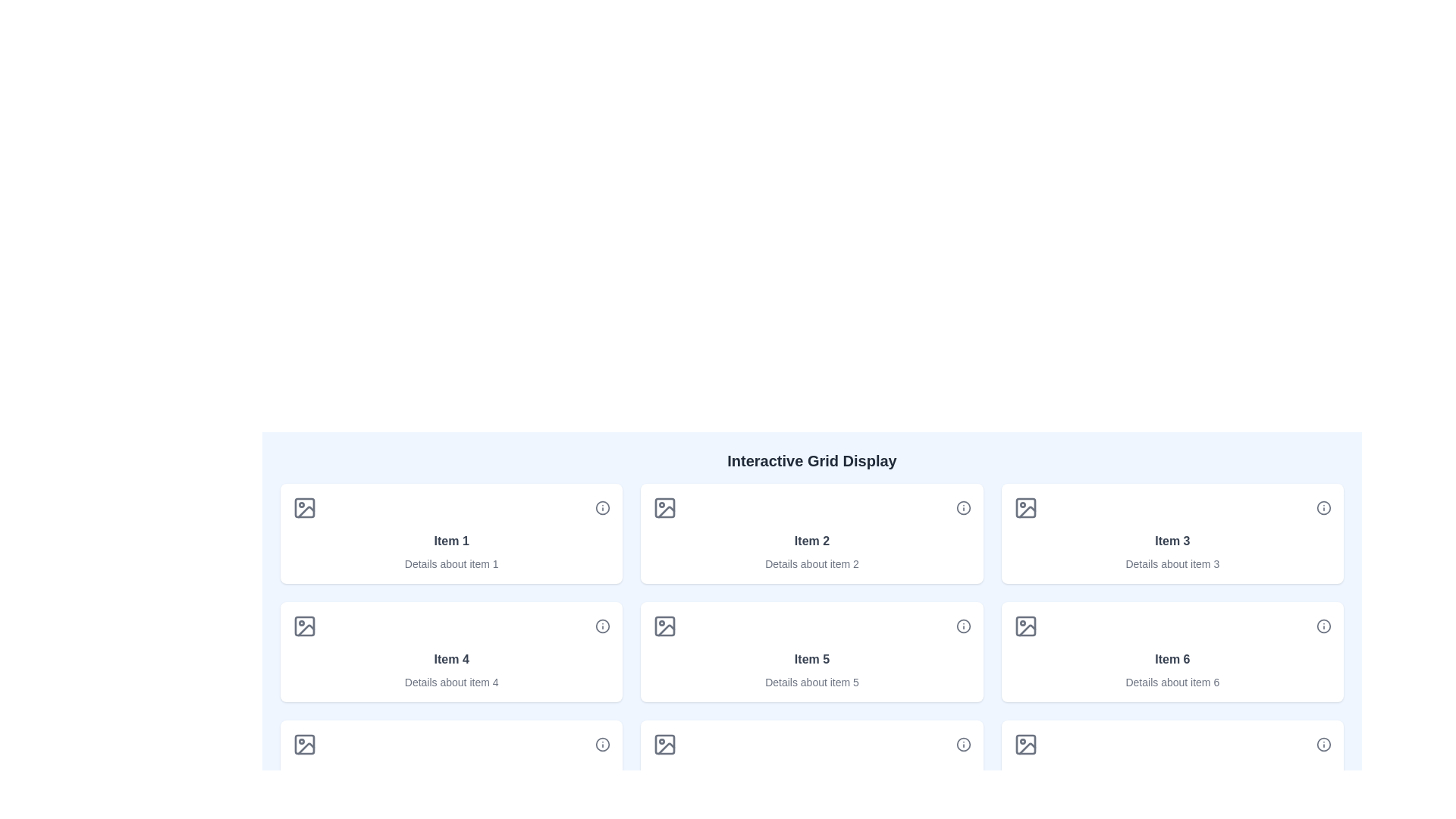 This screenshot has height=819, width=1456. What do you see at coordinates (665, 508) in the screenshot?
I see `the icon element that is part of a composite symbol, representing image or gallery functionality, located in the second card of the top row` at bounding box center [665, 508].